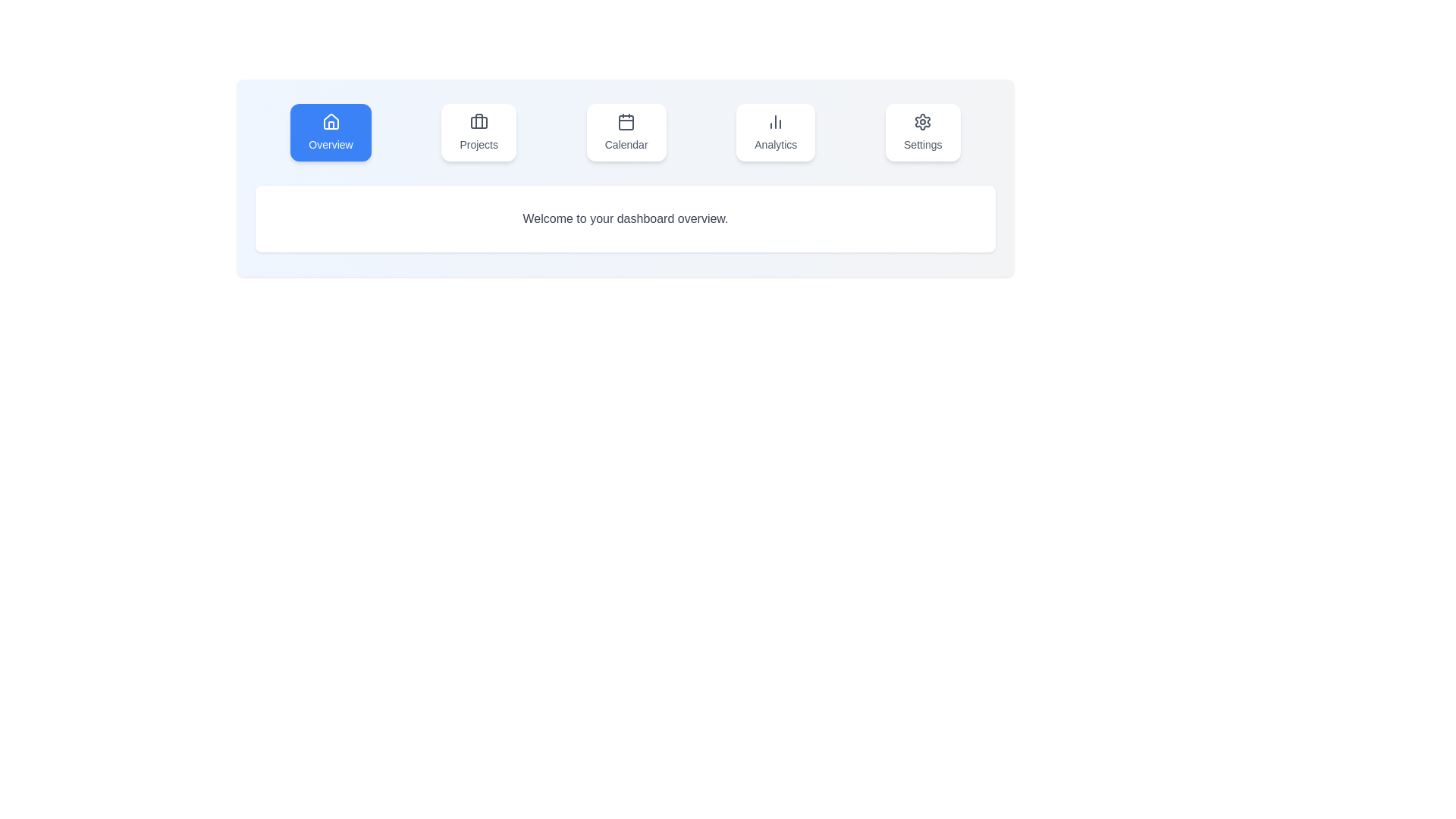  I want to click on the house icon within the blue-highlighted 'Overview' button in the top navigation menu, which serves as a metaphor for 'home' or 'dashboard', so click(330, 121).